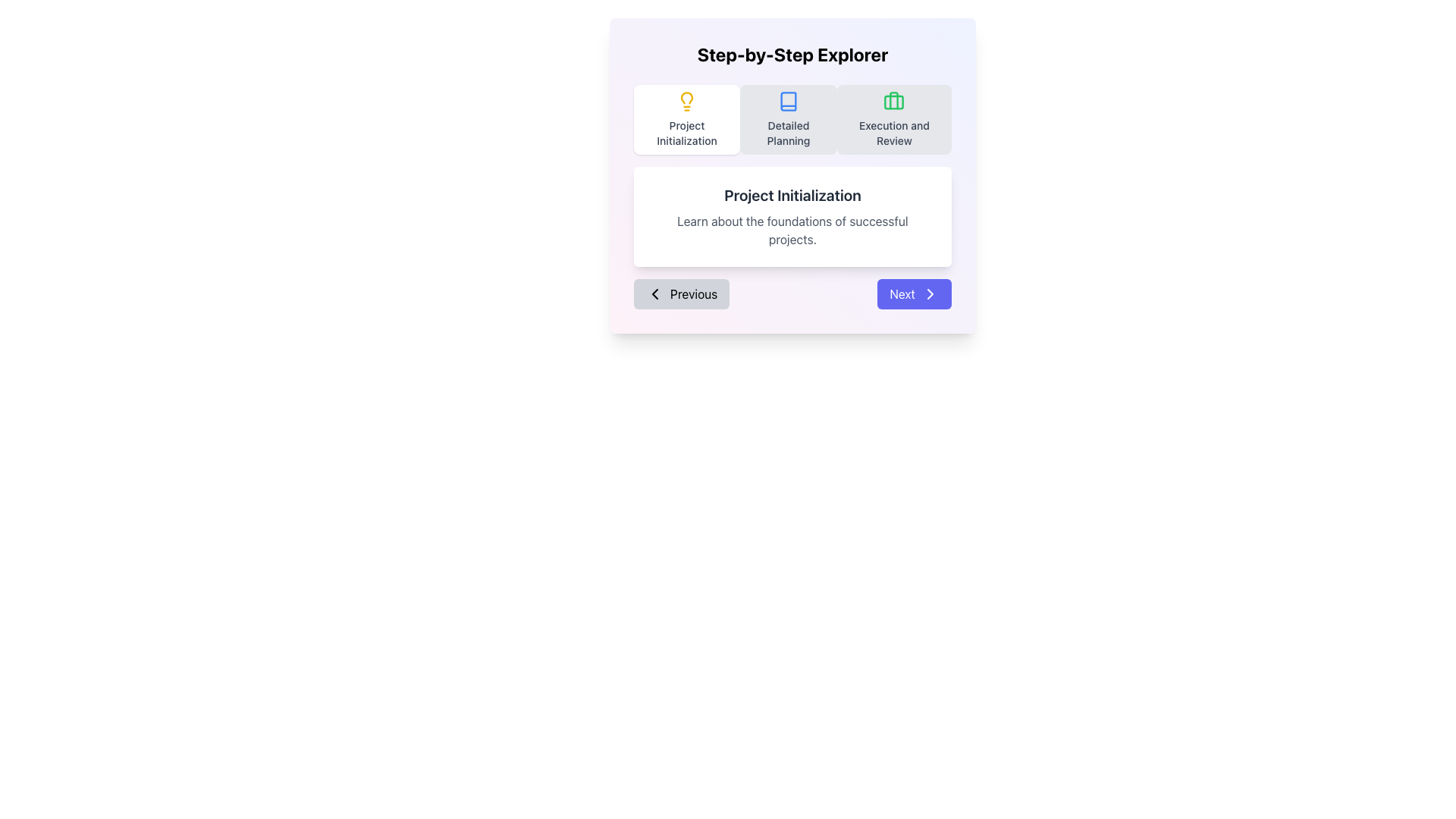 This screenshot has height=819, width=1456. I want to click on the text label located at the bottom of the first card in a row of three cards, which serves as a title or label for a corresponding step or category, so click(686, 133).